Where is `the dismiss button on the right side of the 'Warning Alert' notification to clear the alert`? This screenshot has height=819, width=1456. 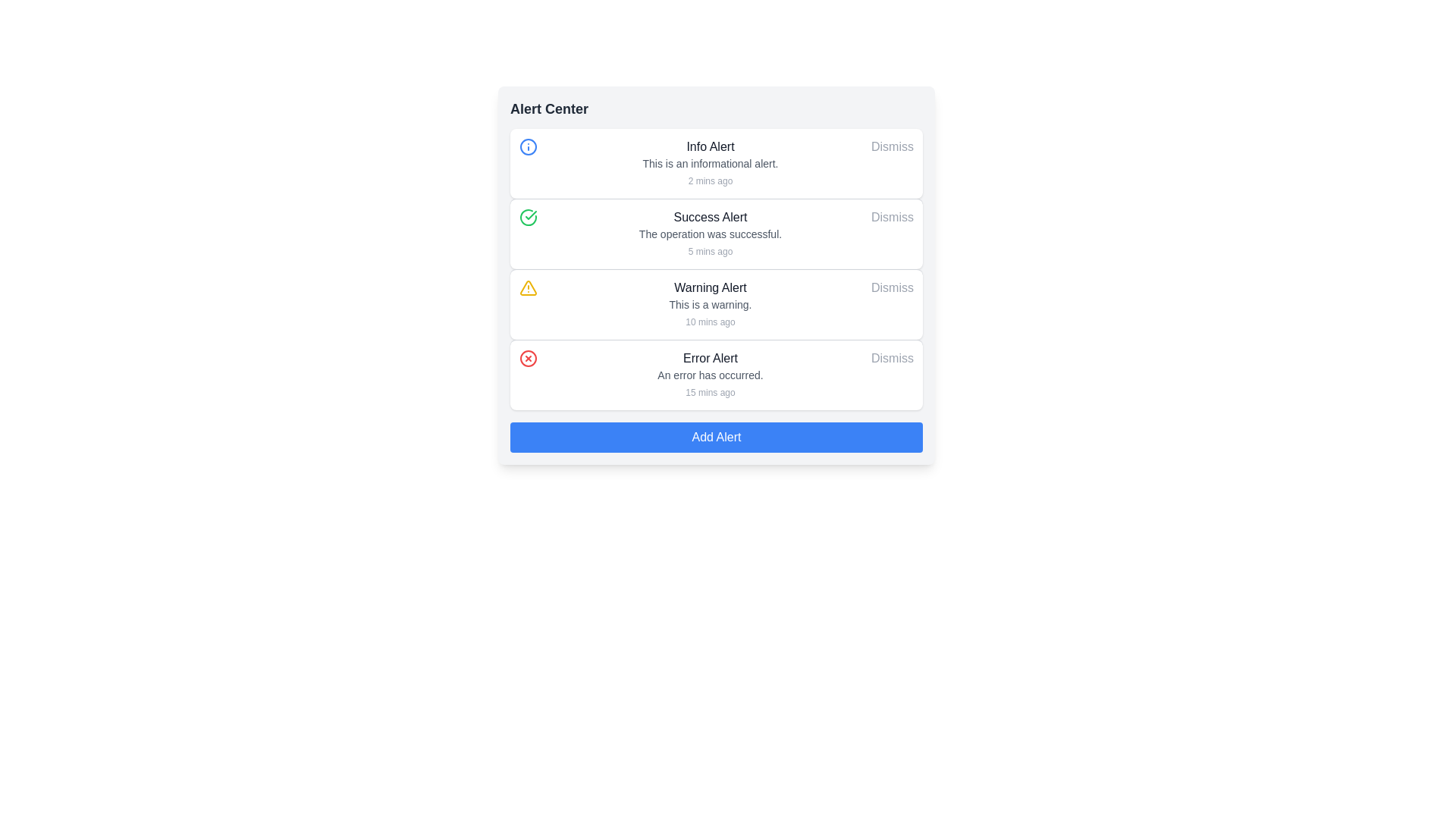 the dismiss button on the right side of the 'Warning Alert' notification to clear the alert is located at coordinates (892, 288).